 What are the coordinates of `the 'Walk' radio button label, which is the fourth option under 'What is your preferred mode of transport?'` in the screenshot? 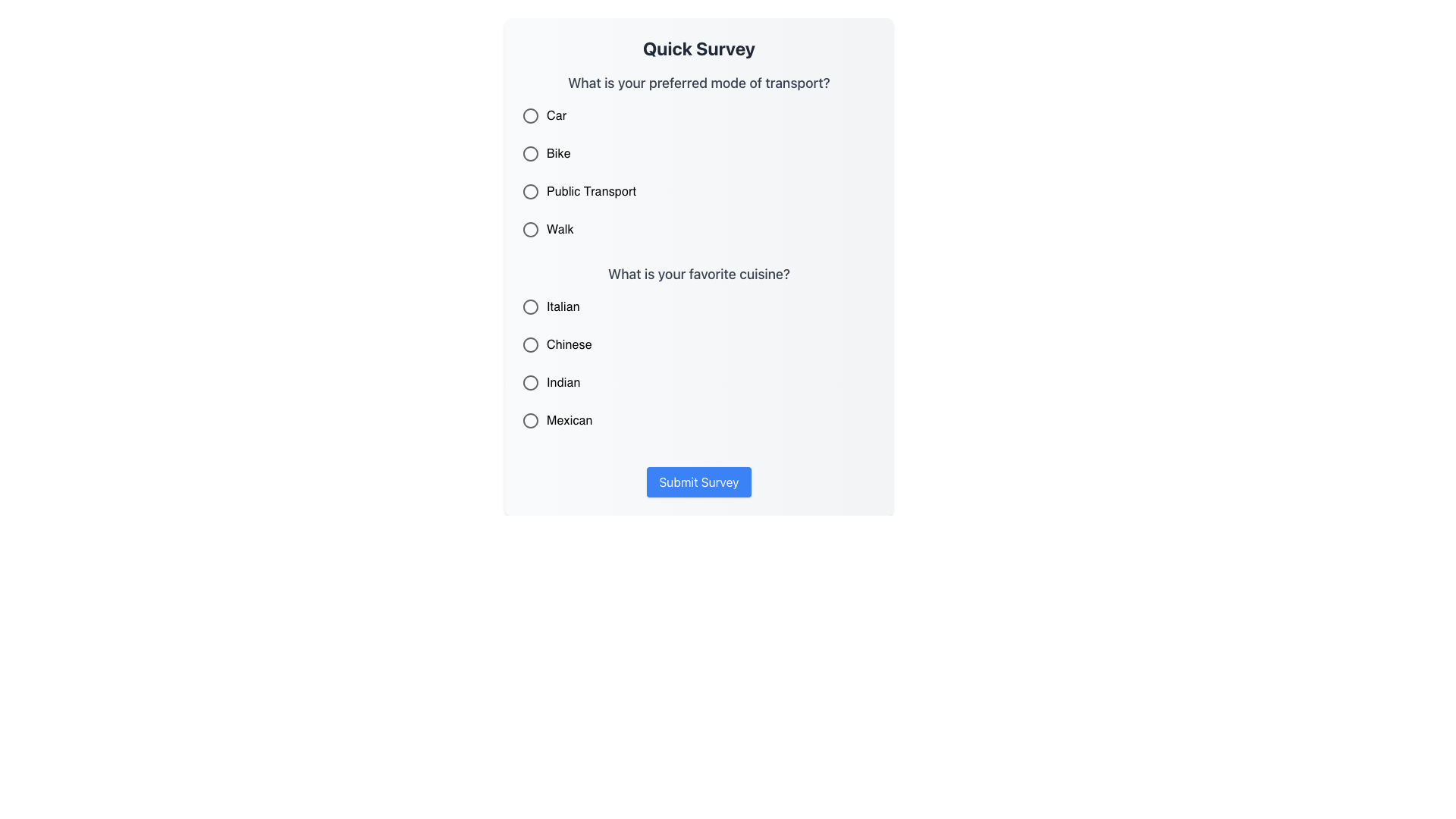 It's located at (559, 230).